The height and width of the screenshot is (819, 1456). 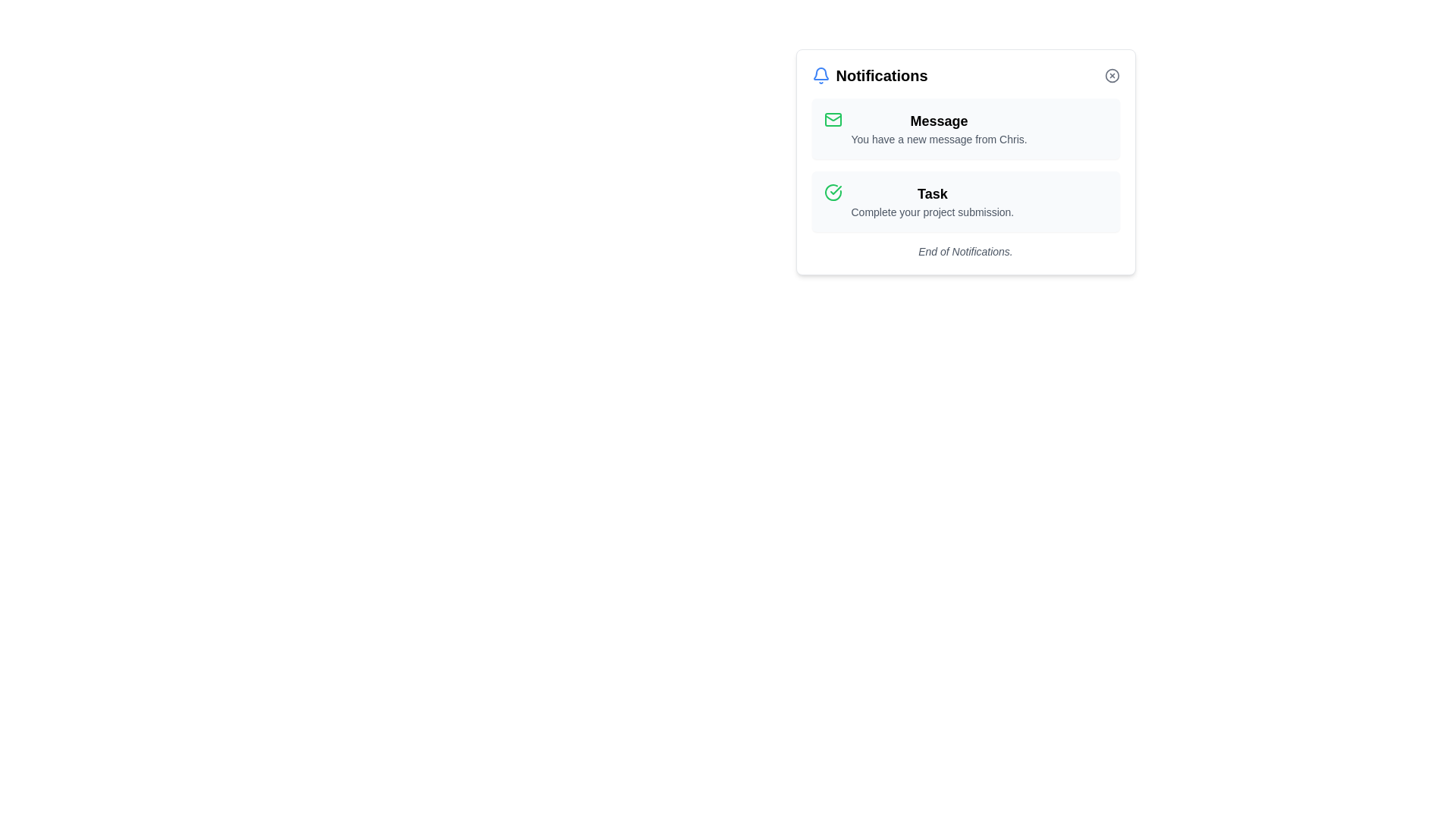 What do you see at coordinates (882, 76) in the screenshot?
I see `the static text label indicating notifications, which is located near the top of the pop-up panel to the right of the bell icon` at bounding box center [882, 76].